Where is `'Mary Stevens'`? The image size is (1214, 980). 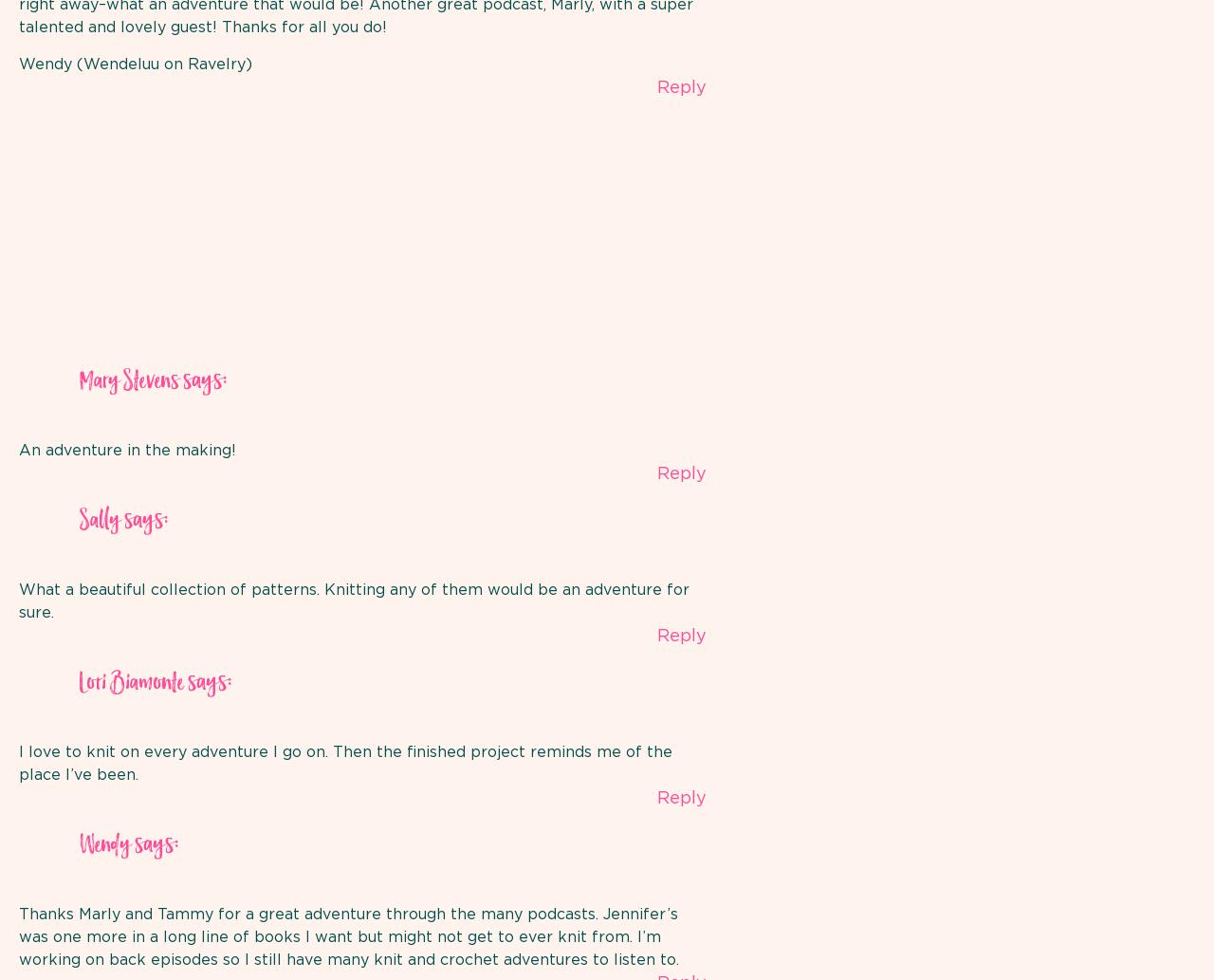
'Mary Stevens' is located at coordinates (78, 381).